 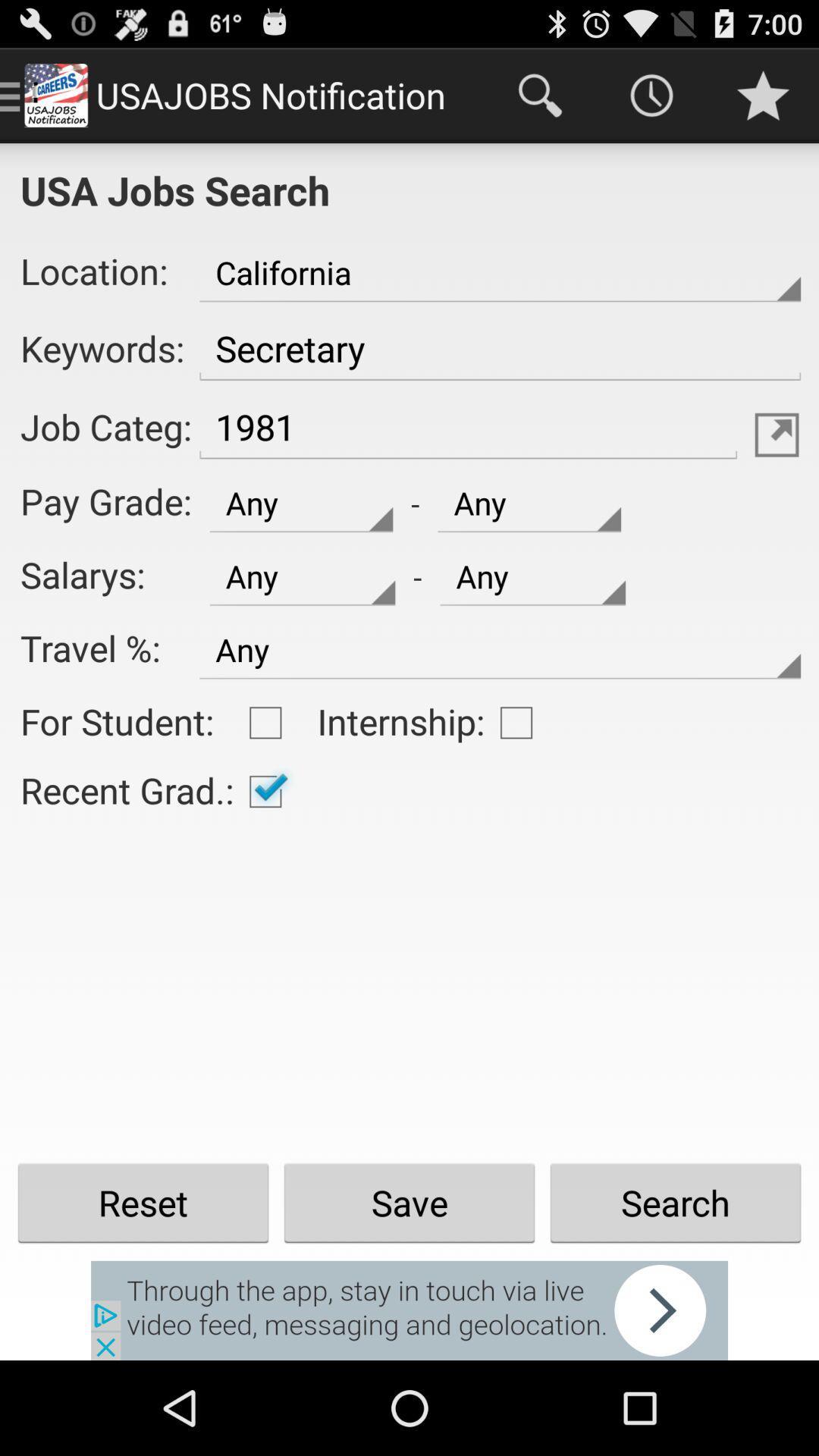 I want to click on check here if you are a recent graduate, so click(x=265, y=790).